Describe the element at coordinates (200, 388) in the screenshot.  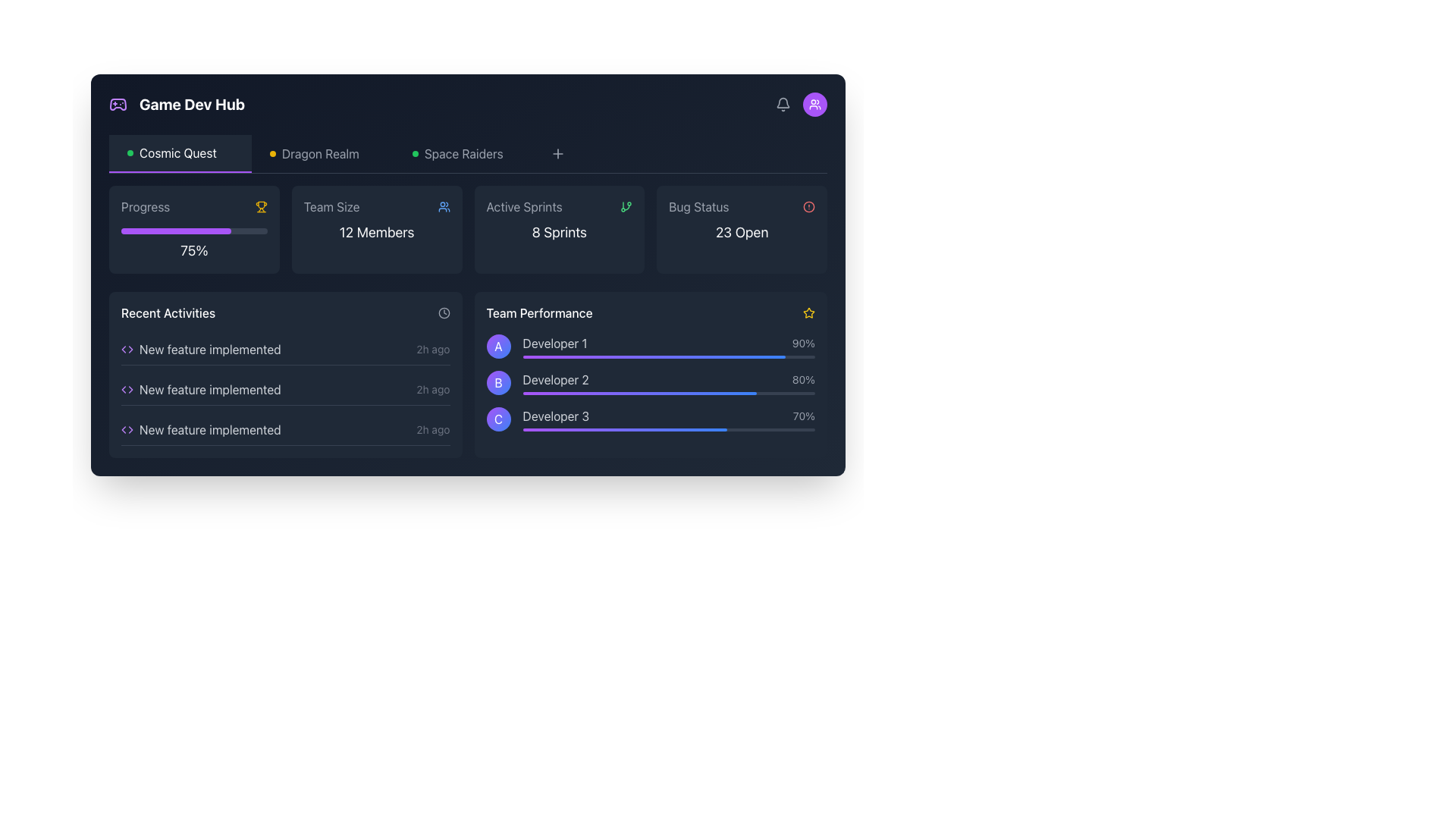
I see `the second item in the 'Recent Activities' list` at that location.